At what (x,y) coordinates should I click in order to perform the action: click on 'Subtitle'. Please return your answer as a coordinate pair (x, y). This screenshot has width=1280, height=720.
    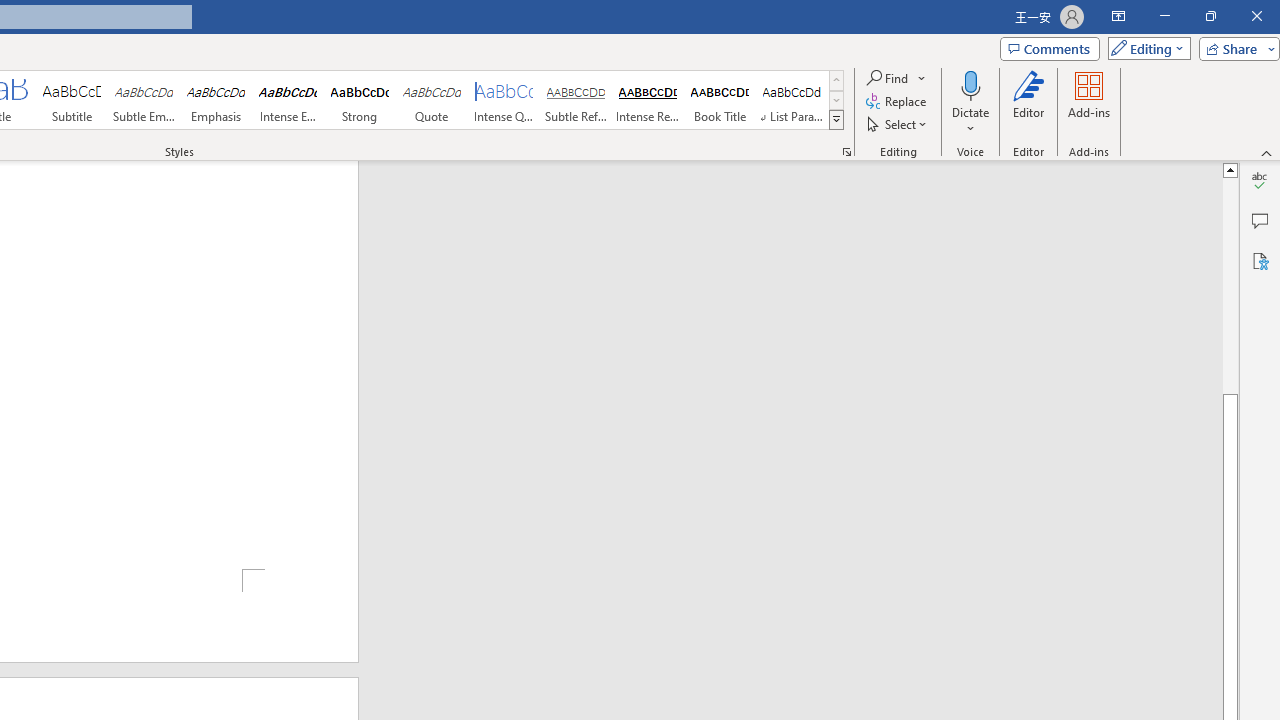
    Looking at the image, I should click on (71, 100).